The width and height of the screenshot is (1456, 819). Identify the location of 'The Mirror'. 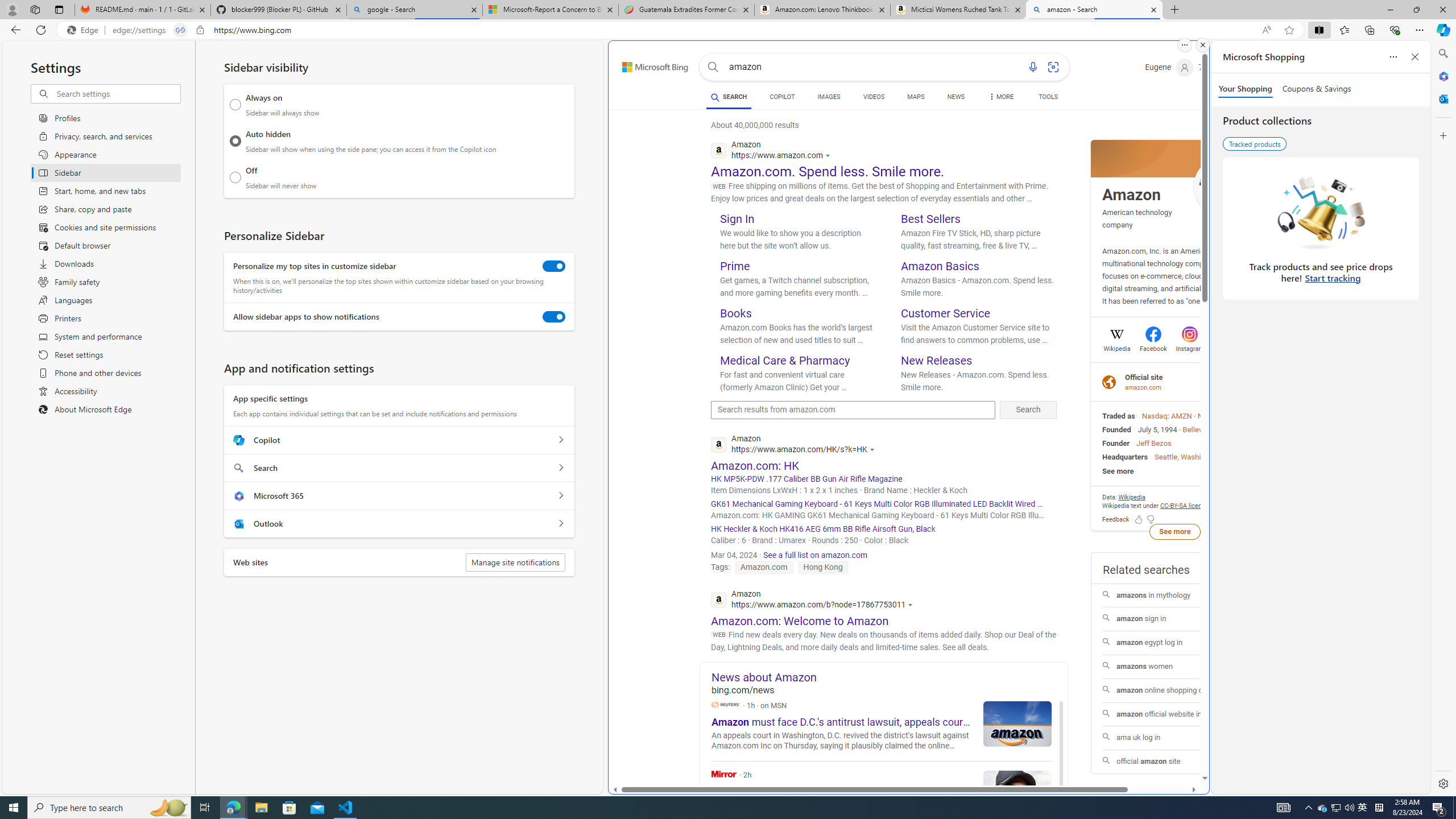
(723, 773).